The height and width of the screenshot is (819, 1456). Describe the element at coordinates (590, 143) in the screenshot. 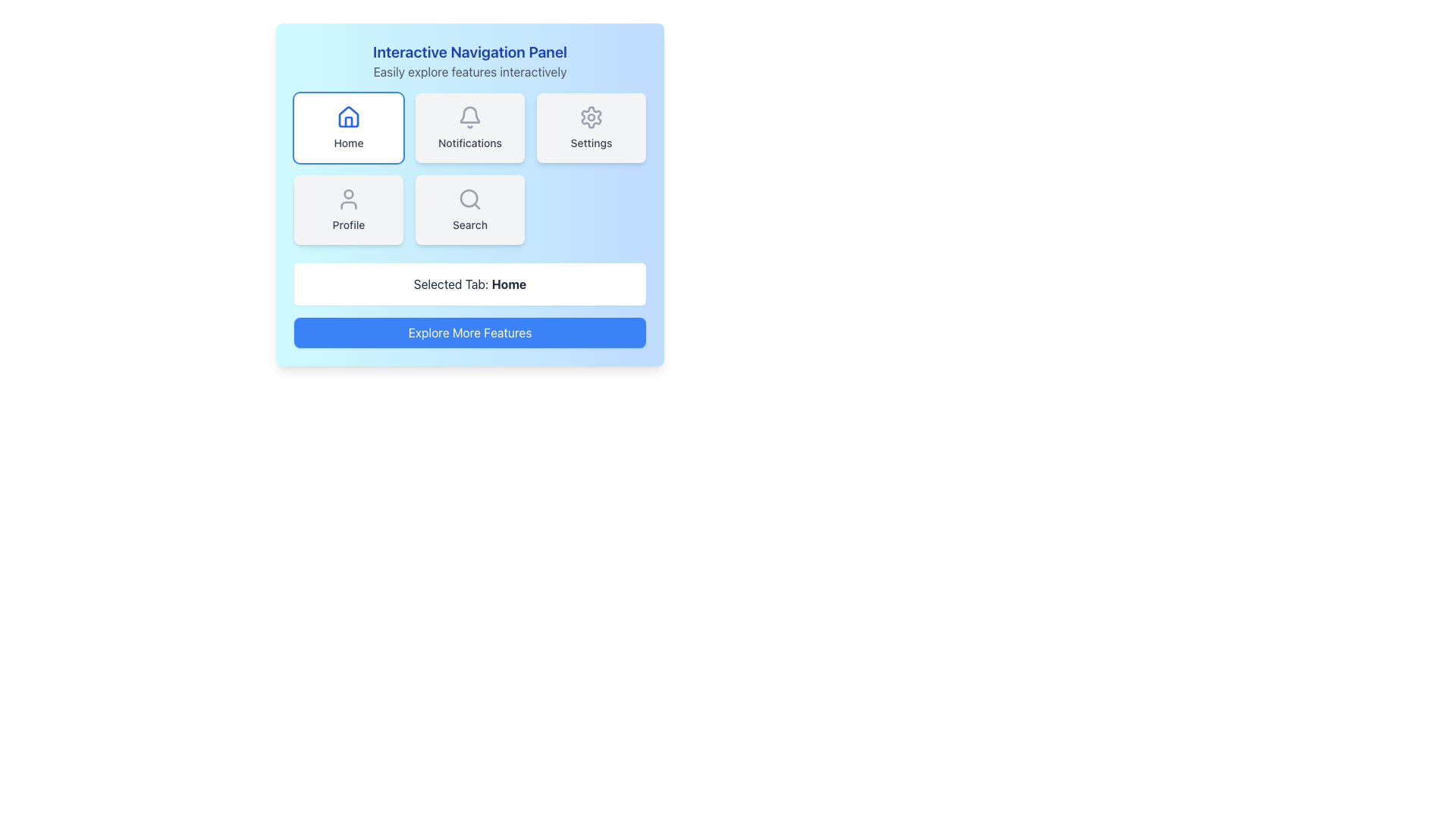

I see `the text label displaying 'Settings', which is styled with a small font size, medium weight, and gray color, located in the top-right section of the layout below a gear icon` at that location.